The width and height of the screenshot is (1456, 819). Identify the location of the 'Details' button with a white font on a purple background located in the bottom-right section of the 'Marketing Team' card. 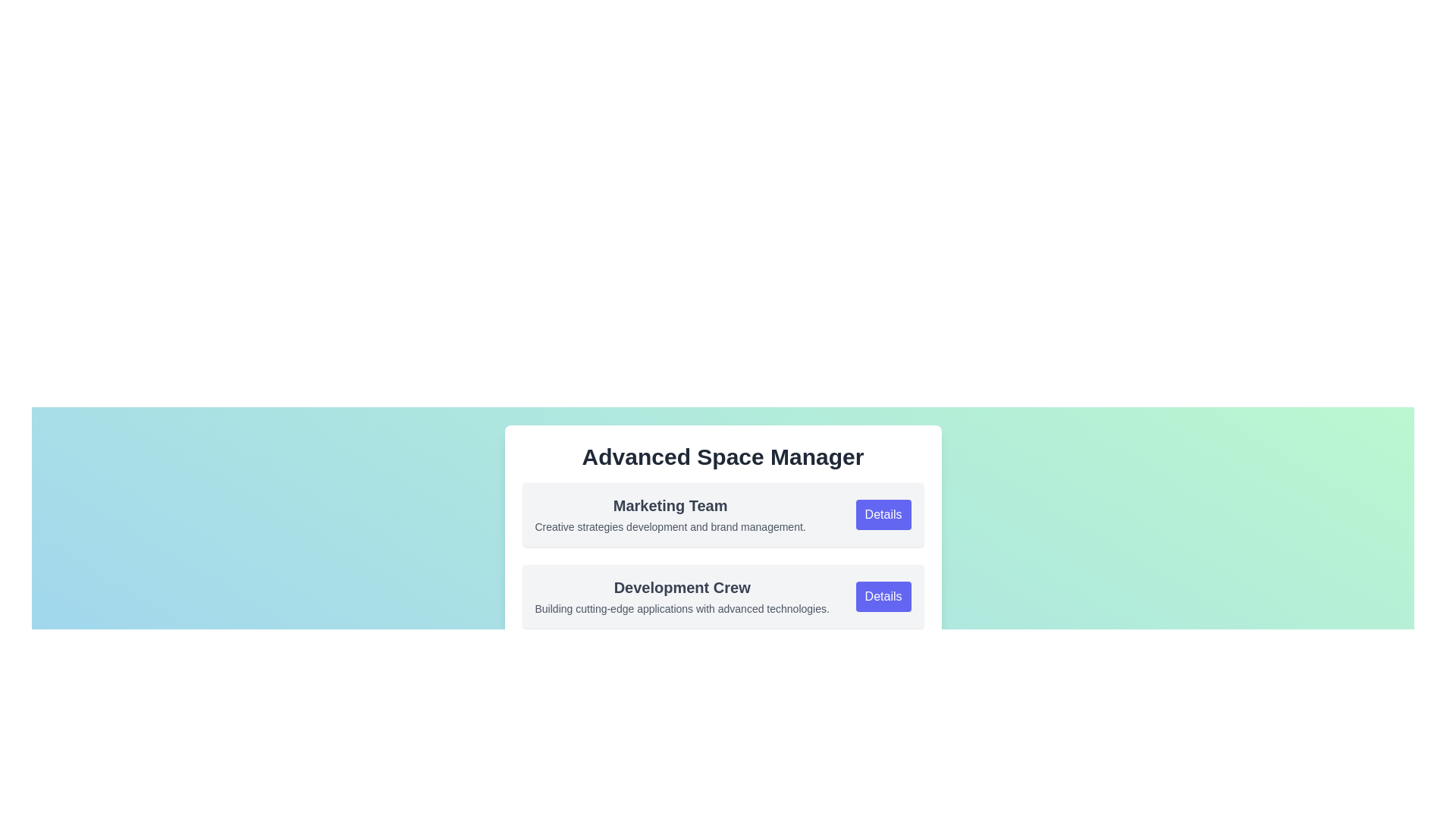
(883, 513).